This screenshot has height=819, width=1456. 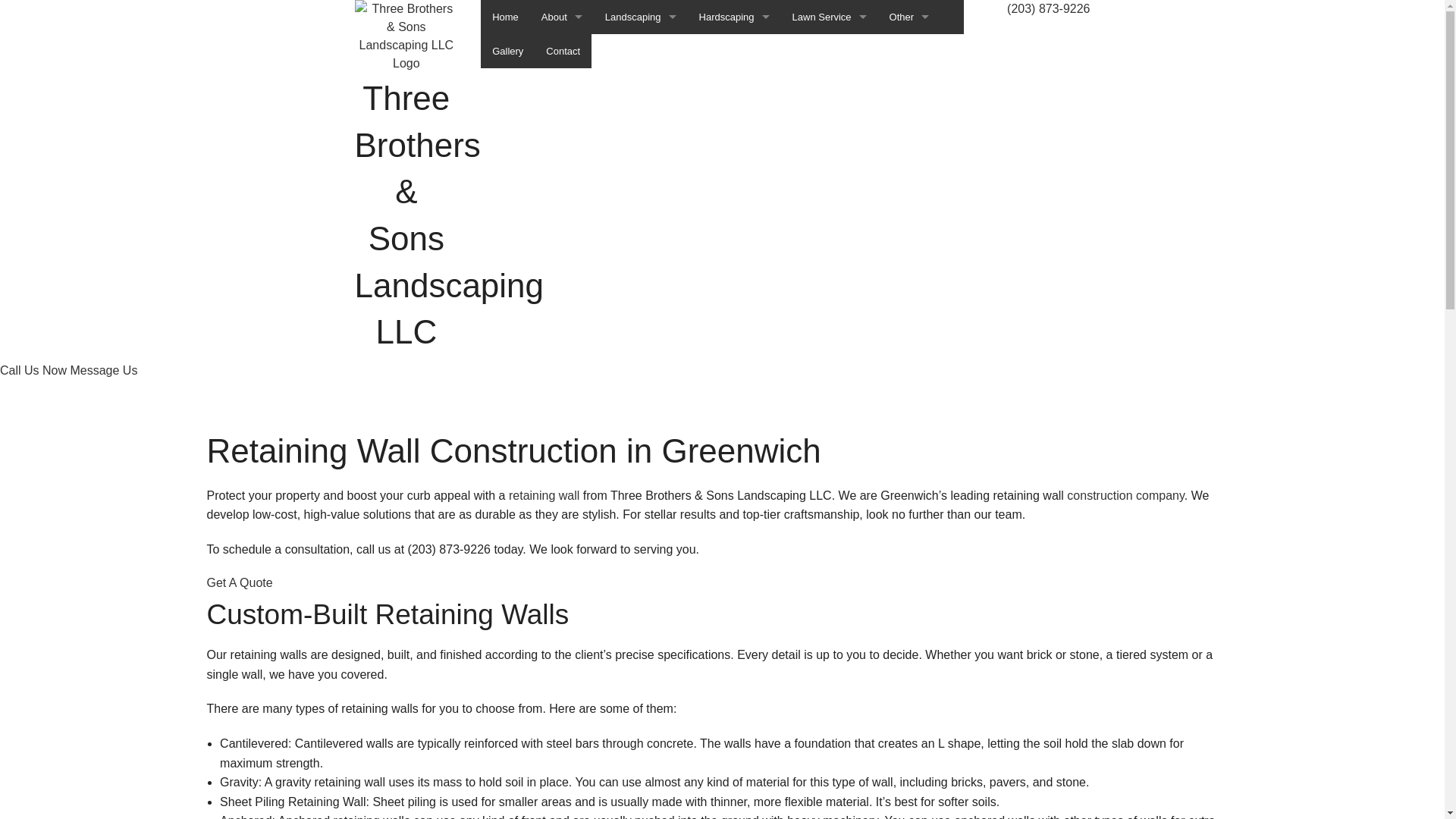 I want to click on 'Lawn Service', so click(x=829, y=17).